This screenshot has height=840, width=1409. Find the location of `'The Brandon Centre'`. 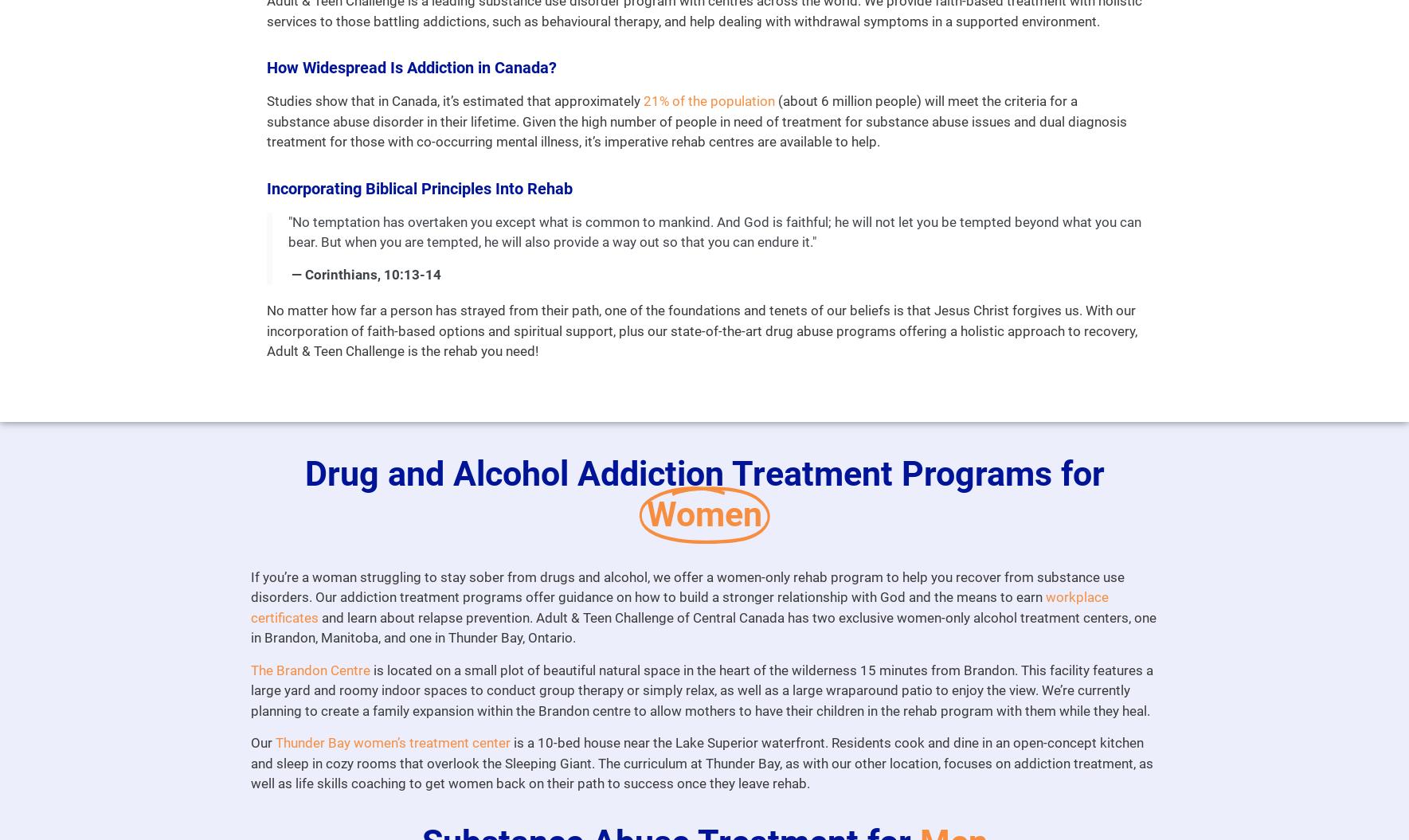

'The Brandon Centre' is located at coordinates (249, 670).